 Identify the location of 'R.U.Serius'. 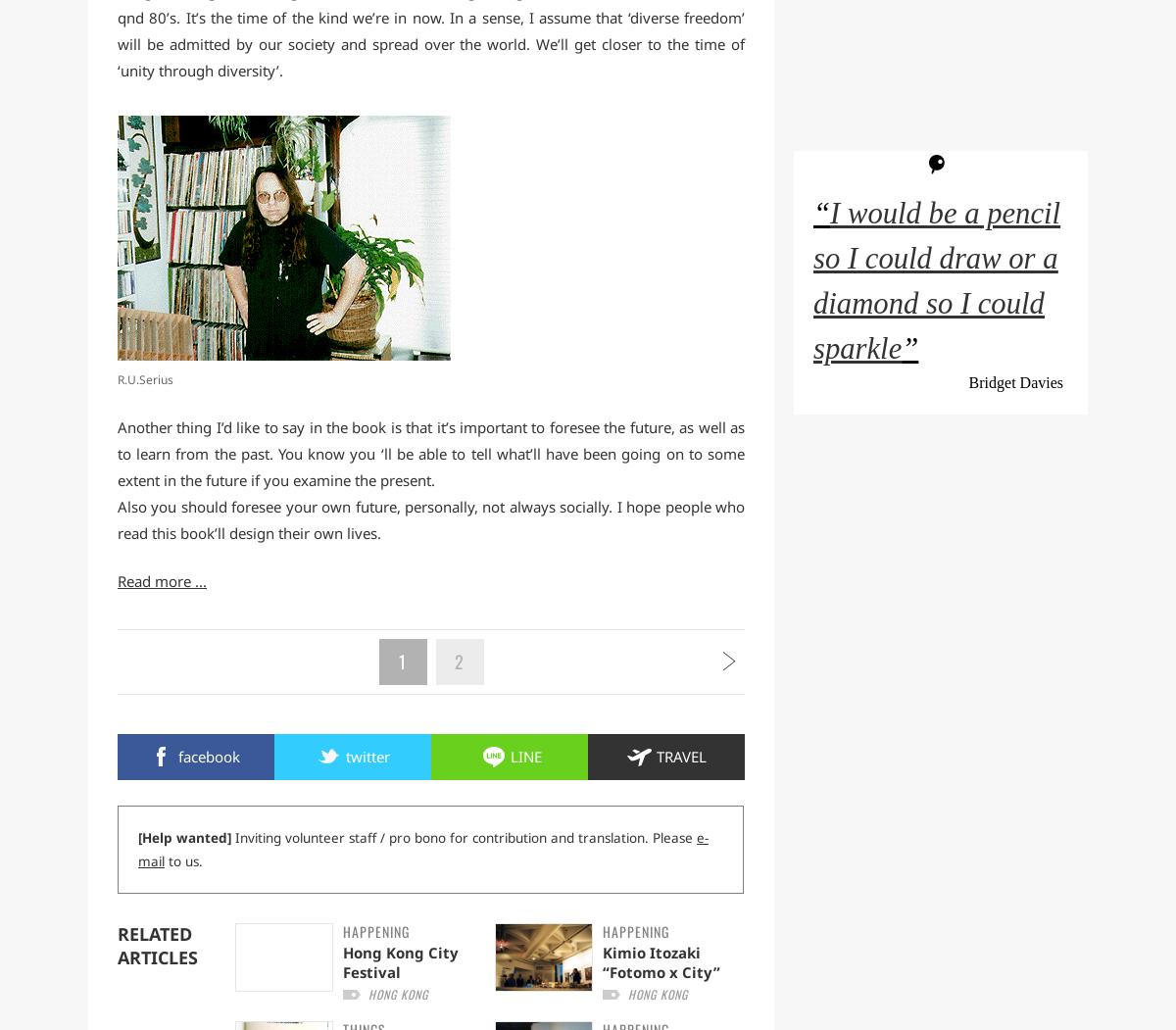
(145, 378).